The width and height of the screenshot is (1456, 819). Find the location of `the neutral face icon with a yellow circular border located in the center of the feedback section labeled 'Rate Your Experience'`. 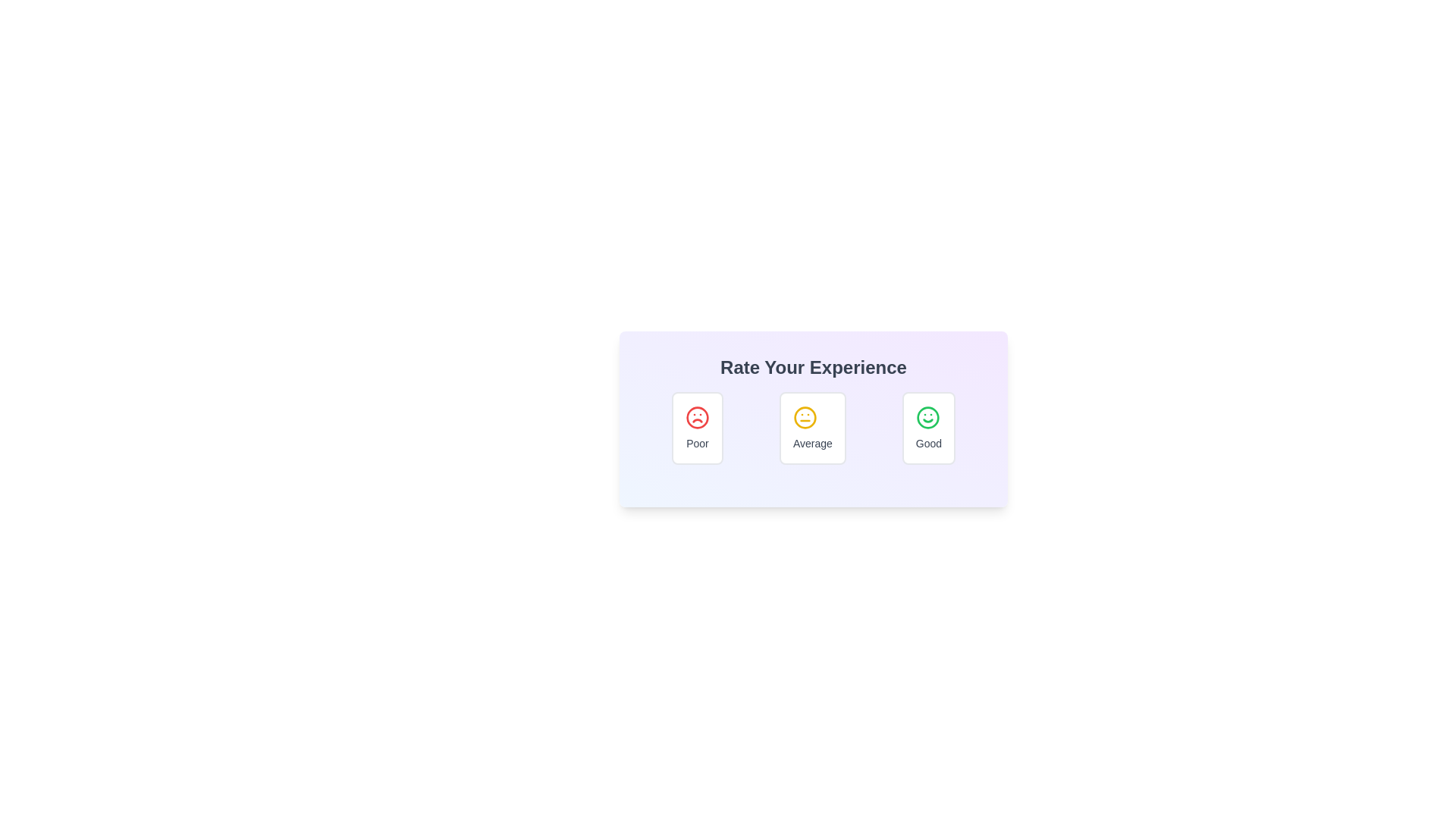

the neutral face icon with a yellow circular border located in the center of the feedback section labeled 'Rate Your Experience' is located at coordinates (804, 418).